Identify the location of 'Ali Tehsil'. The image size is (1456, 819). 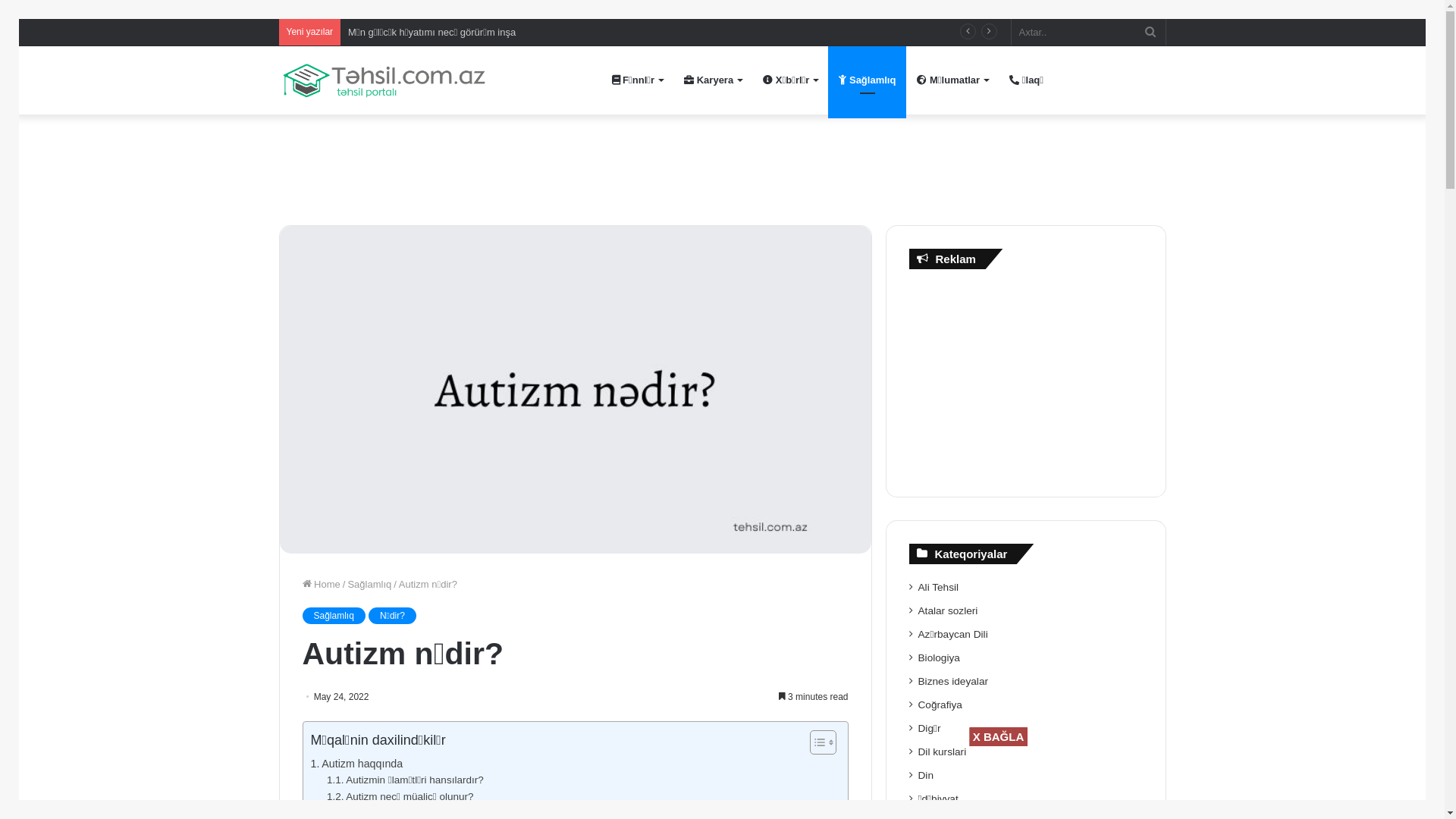
(938, 586).